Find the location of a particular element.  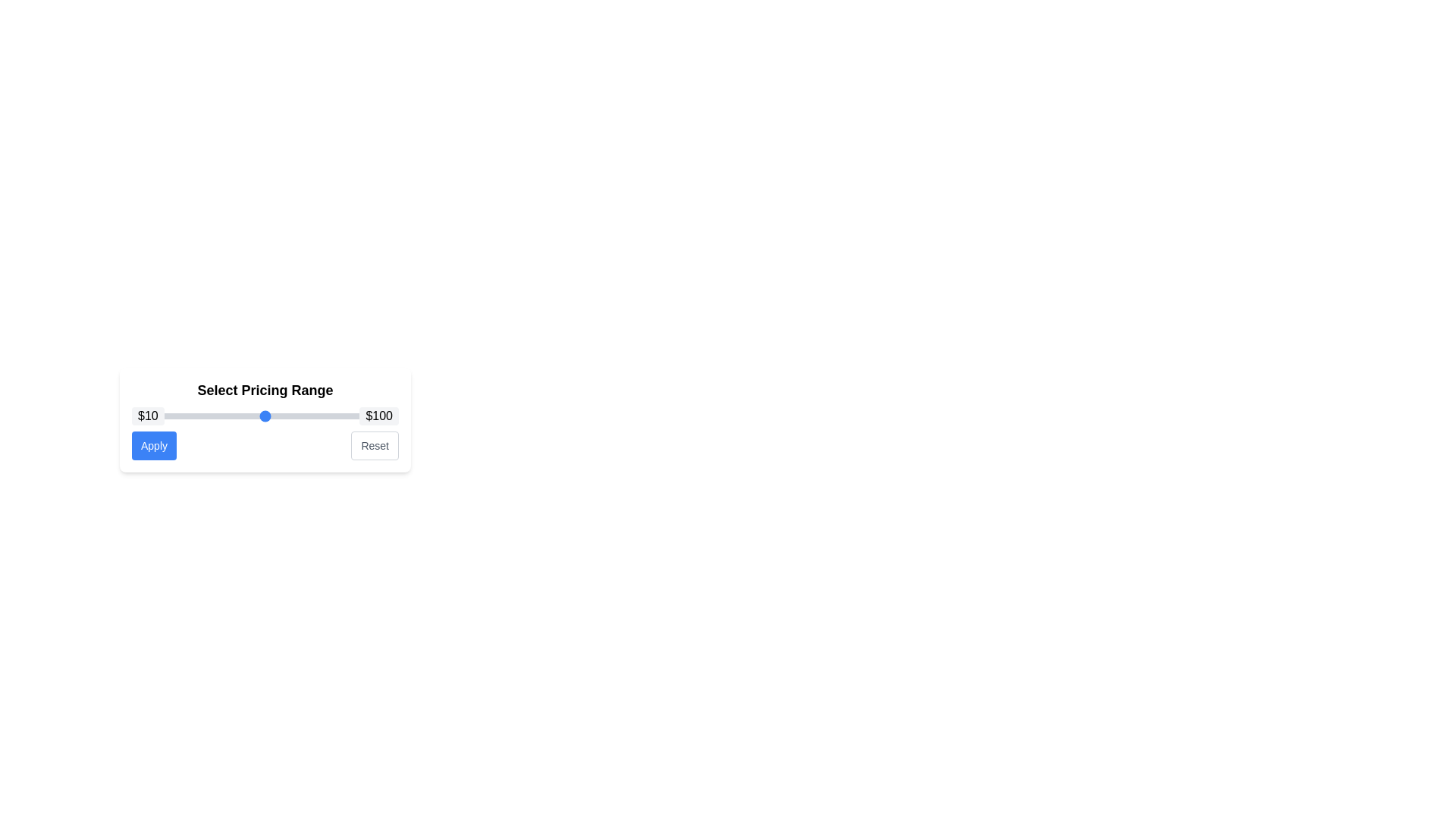

price slider is located at coordinates (199, 416).